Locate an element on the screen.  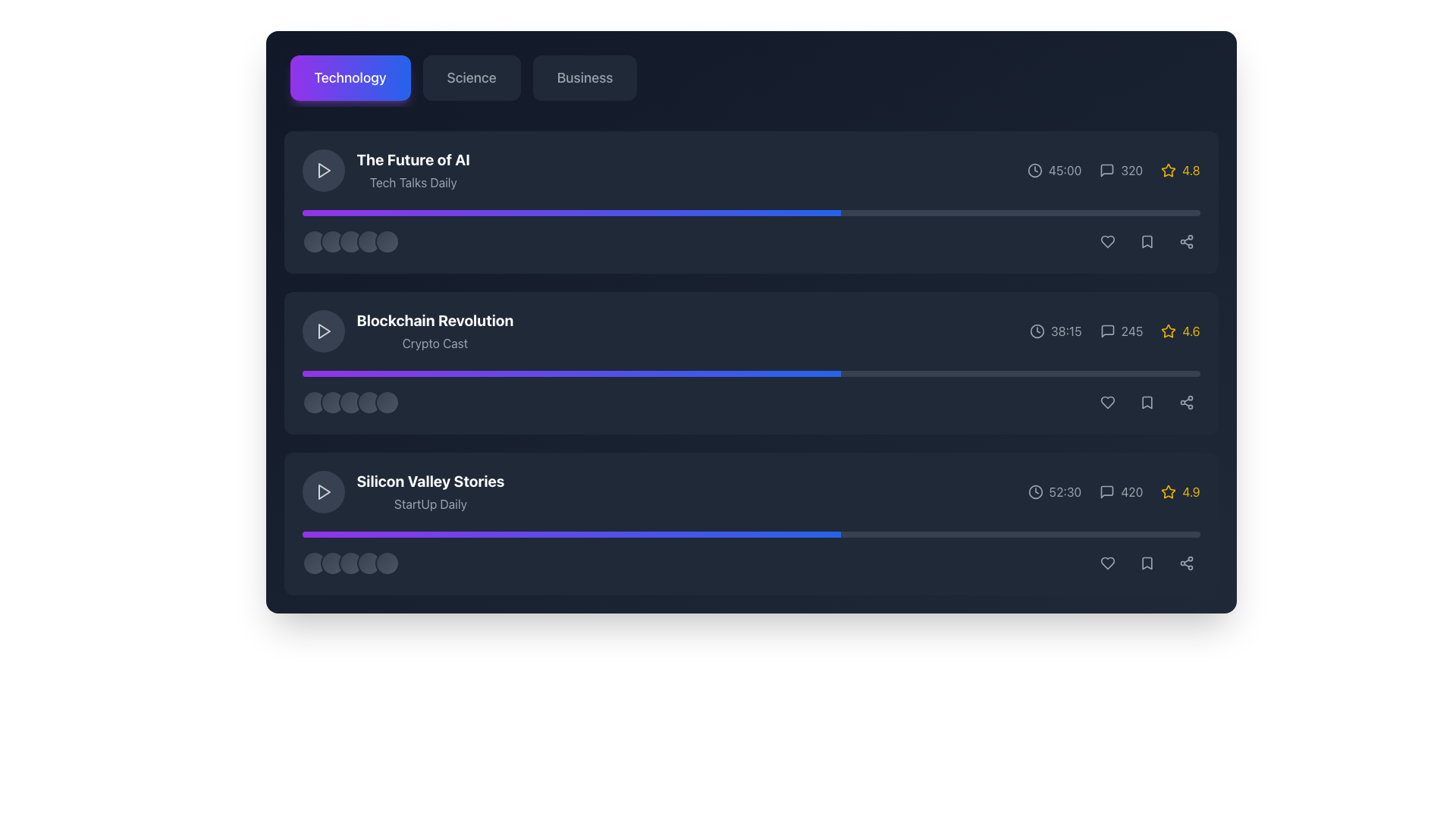
value from the text label displaying the rating score for the 'Silicon Valley Stories' section located at the bottom right of the interface is located at coordinates (1190, 491).